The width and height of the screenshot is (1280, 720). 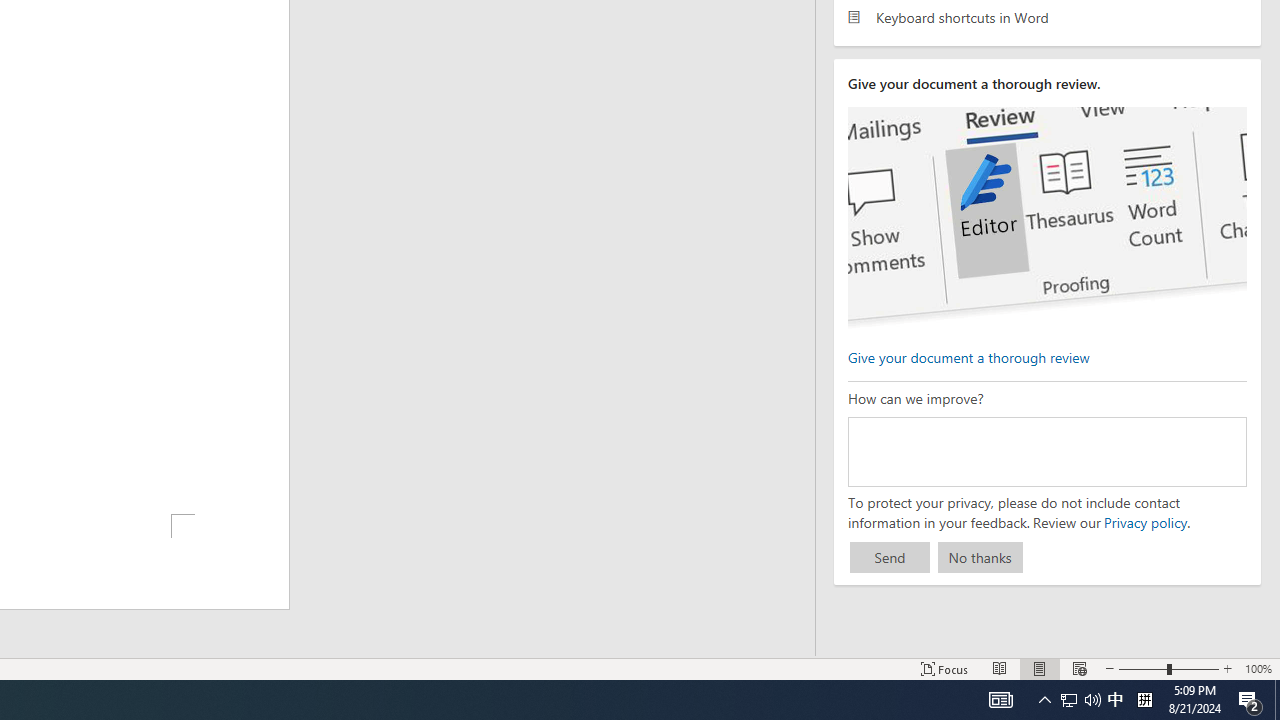 I want to click on 'Keyboard shortcuts in Word', so click(x=1046, y=17).